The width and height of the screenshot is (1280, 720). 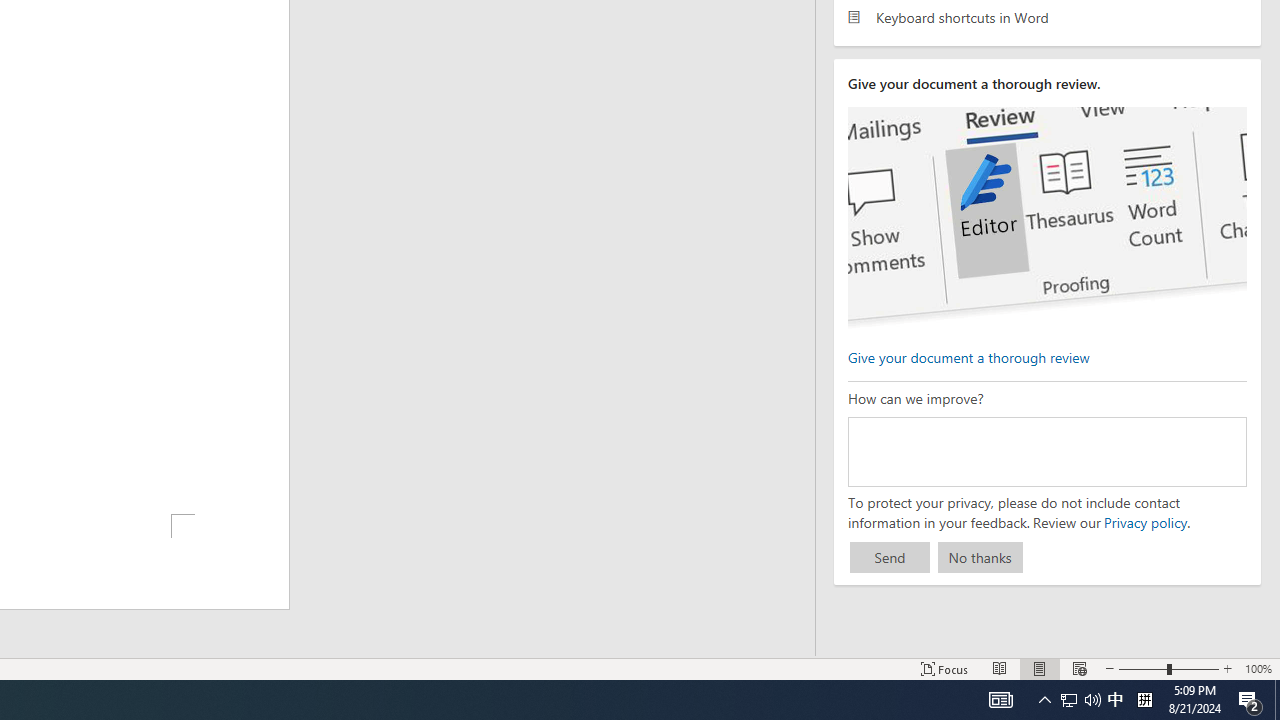 I want to click on 'Keyboard shortcuts in Word', so click(x=1046, y=17).